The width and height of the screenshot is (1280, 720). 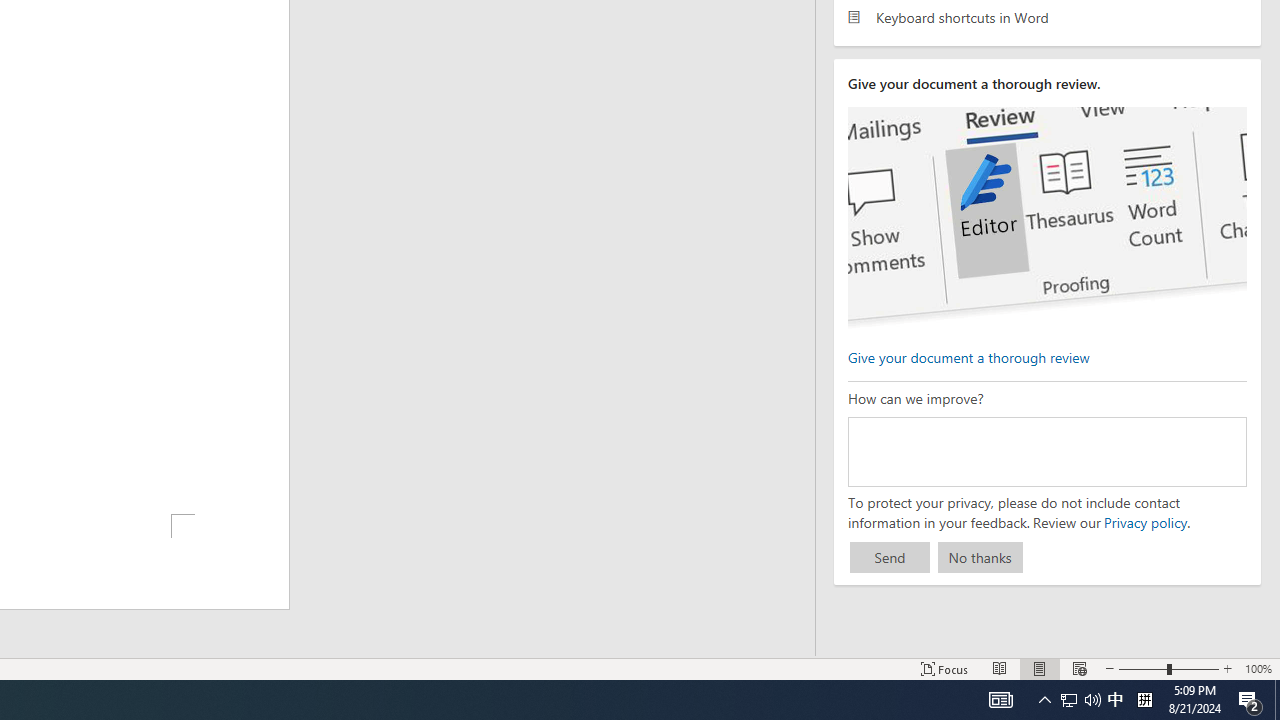 I want to click on 'Keyboard shortcuts in Word', so click(x=1046, y=17).